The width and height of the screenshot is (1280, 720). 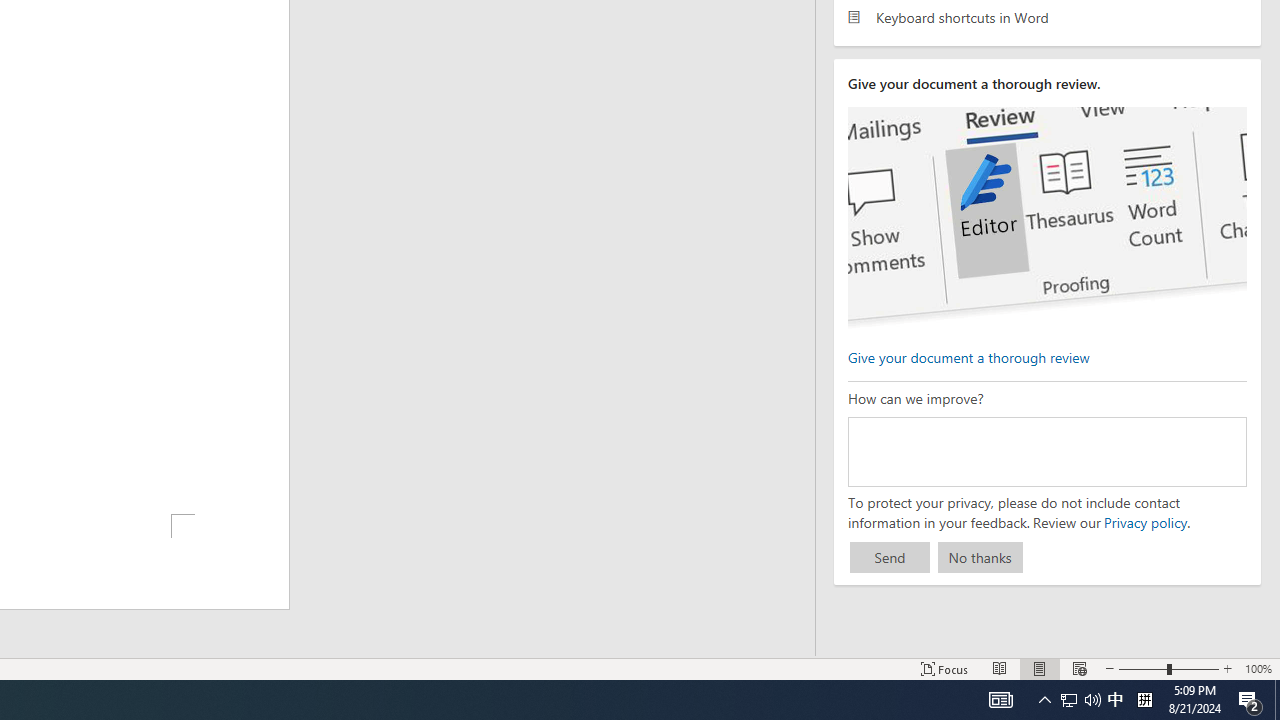 I want to click on 'Keyboard shortcuts in Word', so click(x=1046, y=17).